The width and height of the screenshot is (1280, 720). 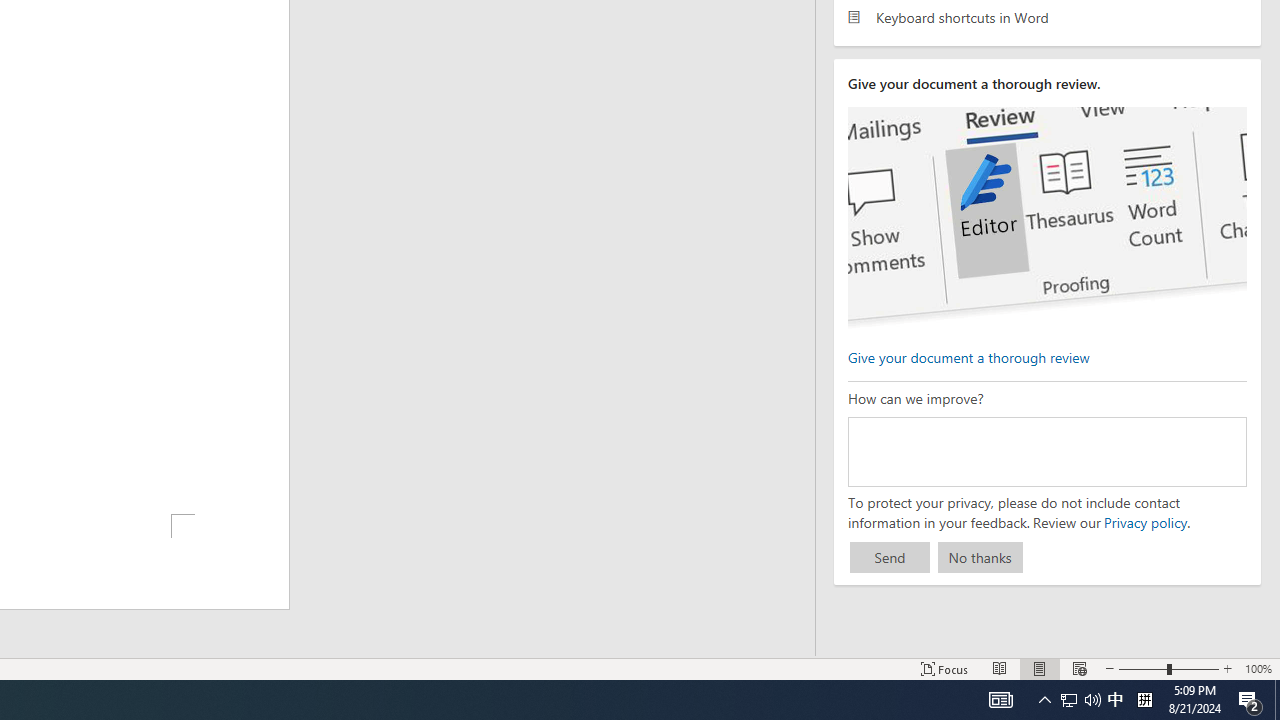 I want to click on 'Keyboard shortcuts in Word', so click(x=1046, y=17).